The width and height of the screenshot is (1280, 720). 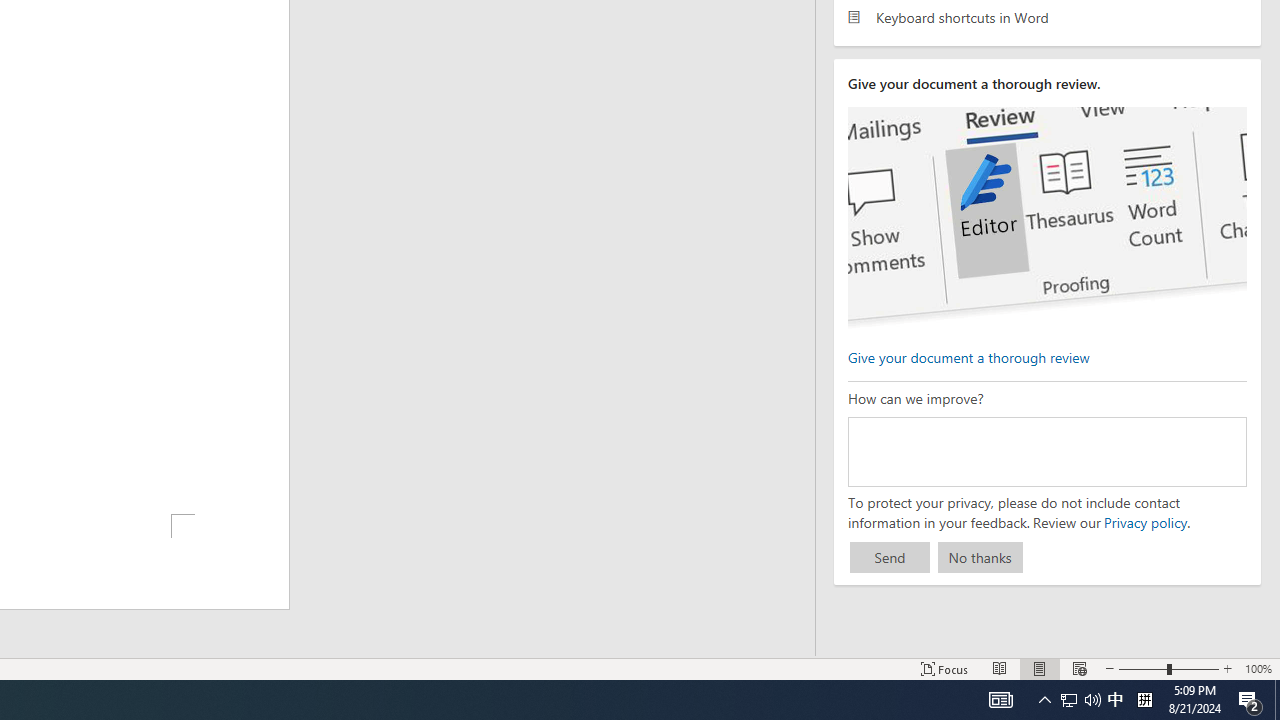 I want to click on 'Keyboard shortcuts in Word', so click(x=1046, y=17).